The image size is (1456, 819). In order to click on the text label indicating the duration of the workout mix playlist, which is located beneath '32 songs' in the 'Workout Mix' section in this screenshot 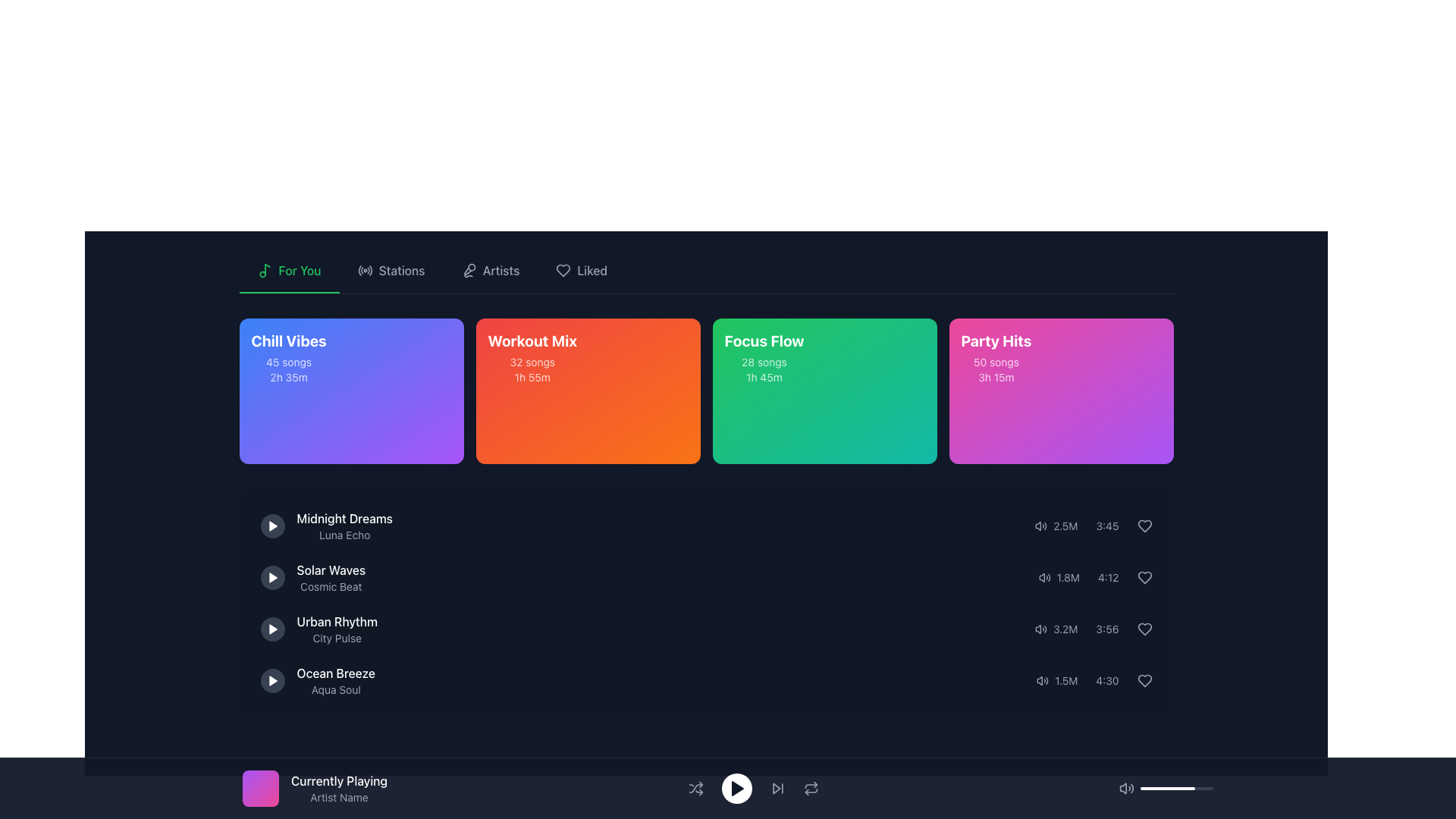, I will do `click(532, 376)`.